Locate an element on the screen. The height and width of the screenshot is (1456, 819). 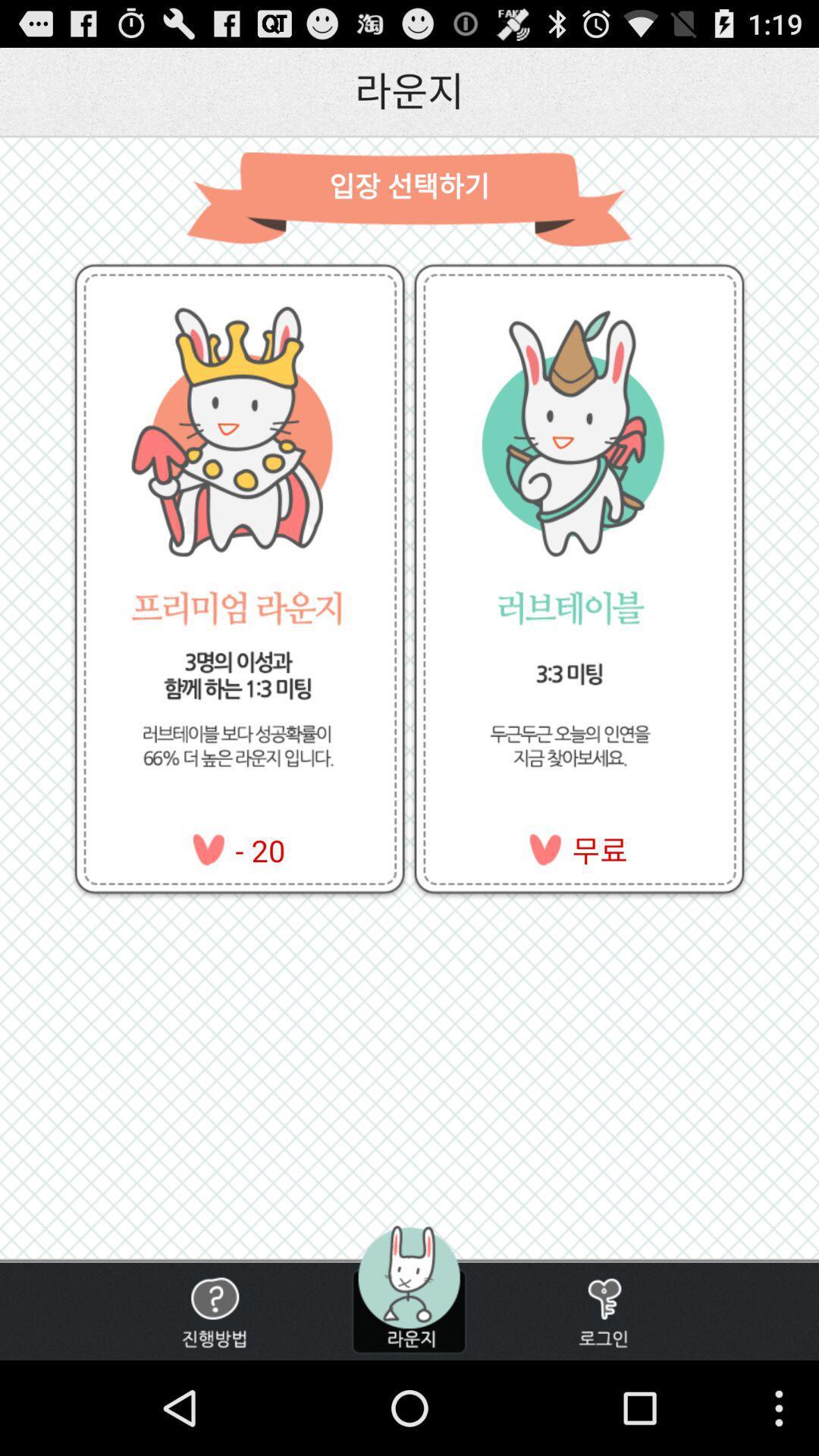
profile selection is located at coordinates (408, 1288).